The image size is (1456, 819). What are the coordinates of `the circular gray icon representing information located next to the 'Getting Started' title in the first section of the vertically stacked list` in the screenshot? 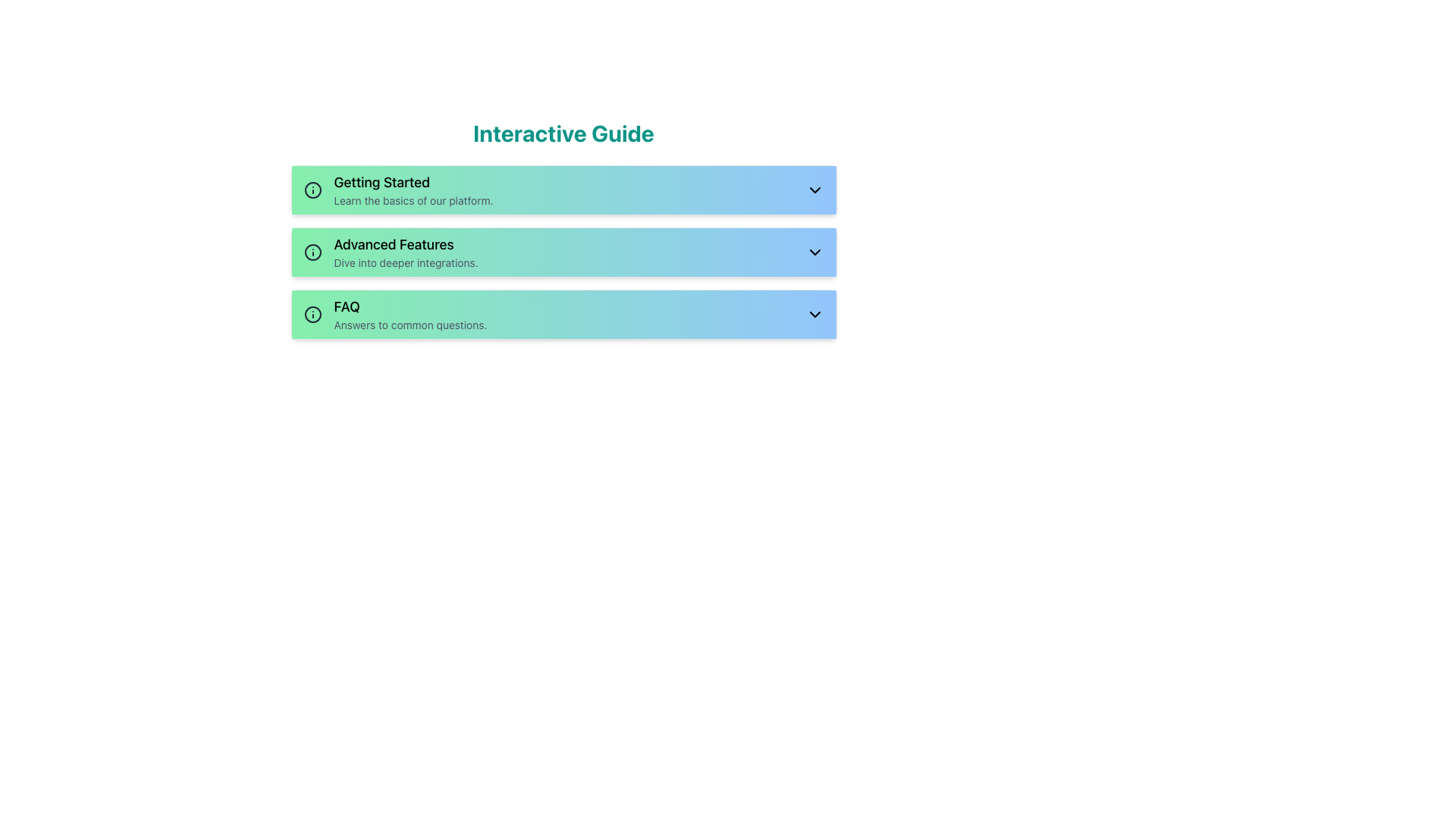 It's located at (312, 189).